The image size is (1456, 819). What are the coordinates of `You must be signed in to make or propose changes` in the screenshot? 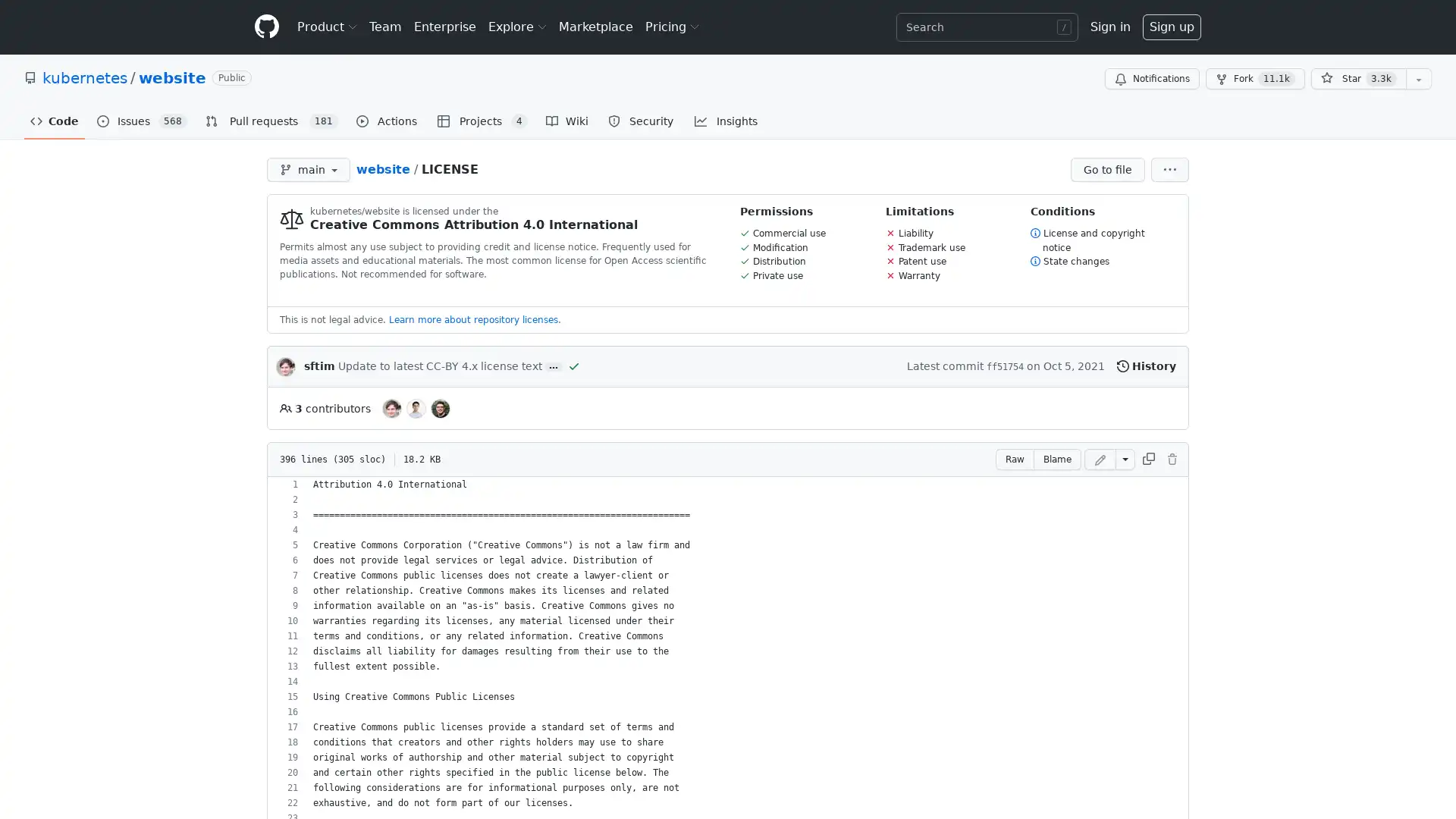 It's located at (1100, 458).